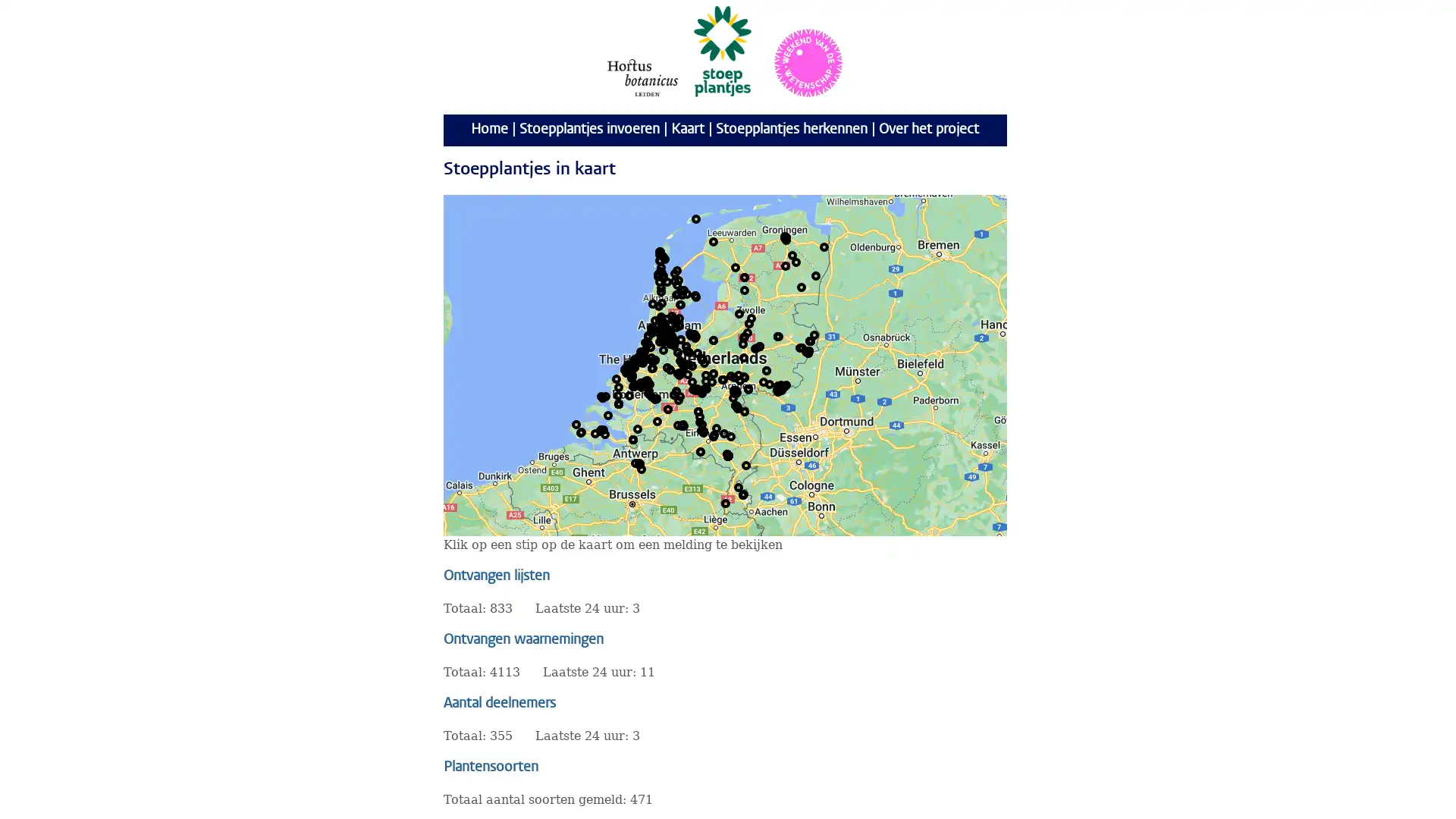 This screenshot has width=1456, height=819. I want to click on Telling van norah nieuwland op 03 juni 2022, so click(619, 403).